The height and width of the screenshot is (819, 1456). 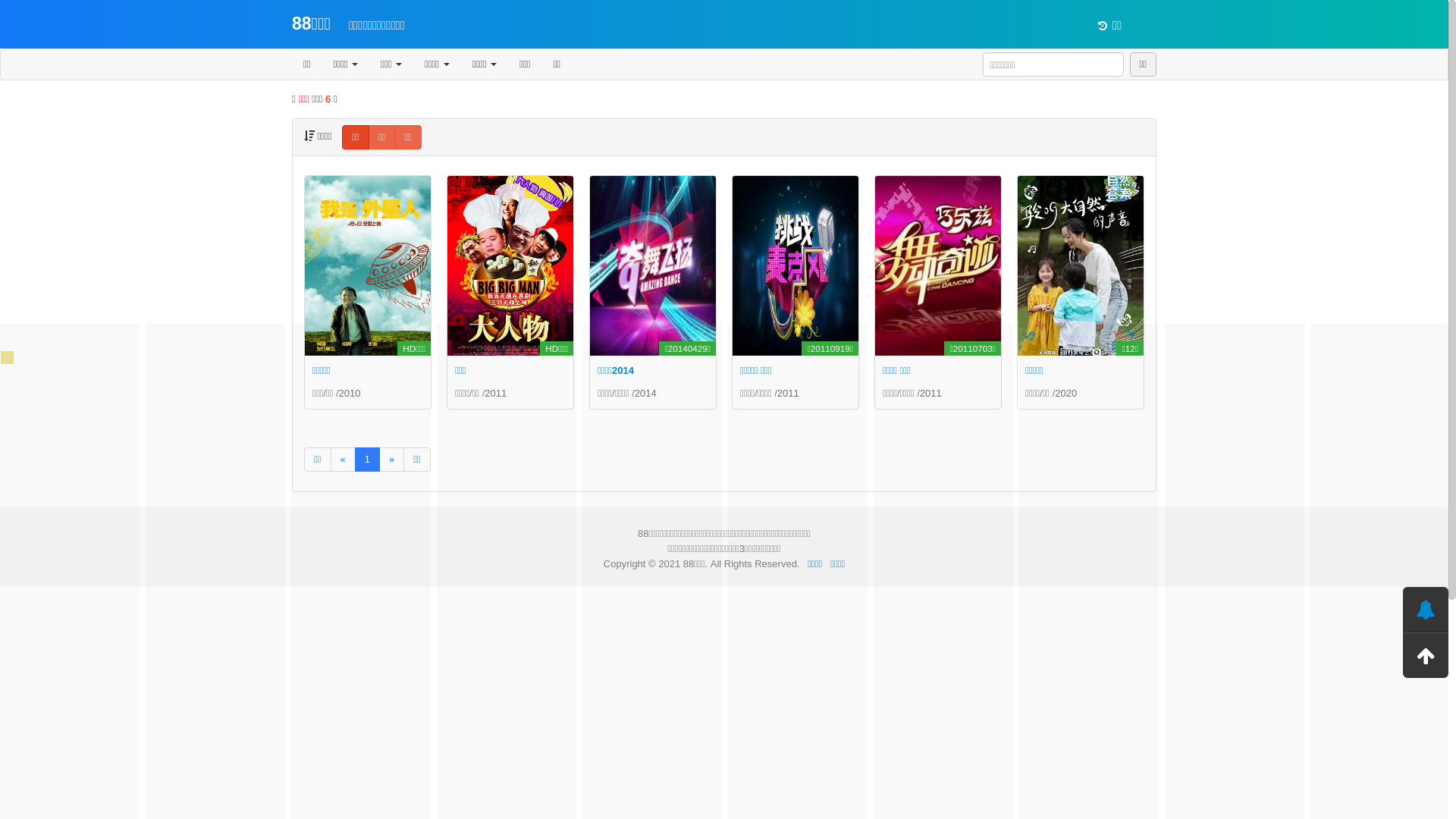 I want to click on '2011', so click(x=495, y=392).